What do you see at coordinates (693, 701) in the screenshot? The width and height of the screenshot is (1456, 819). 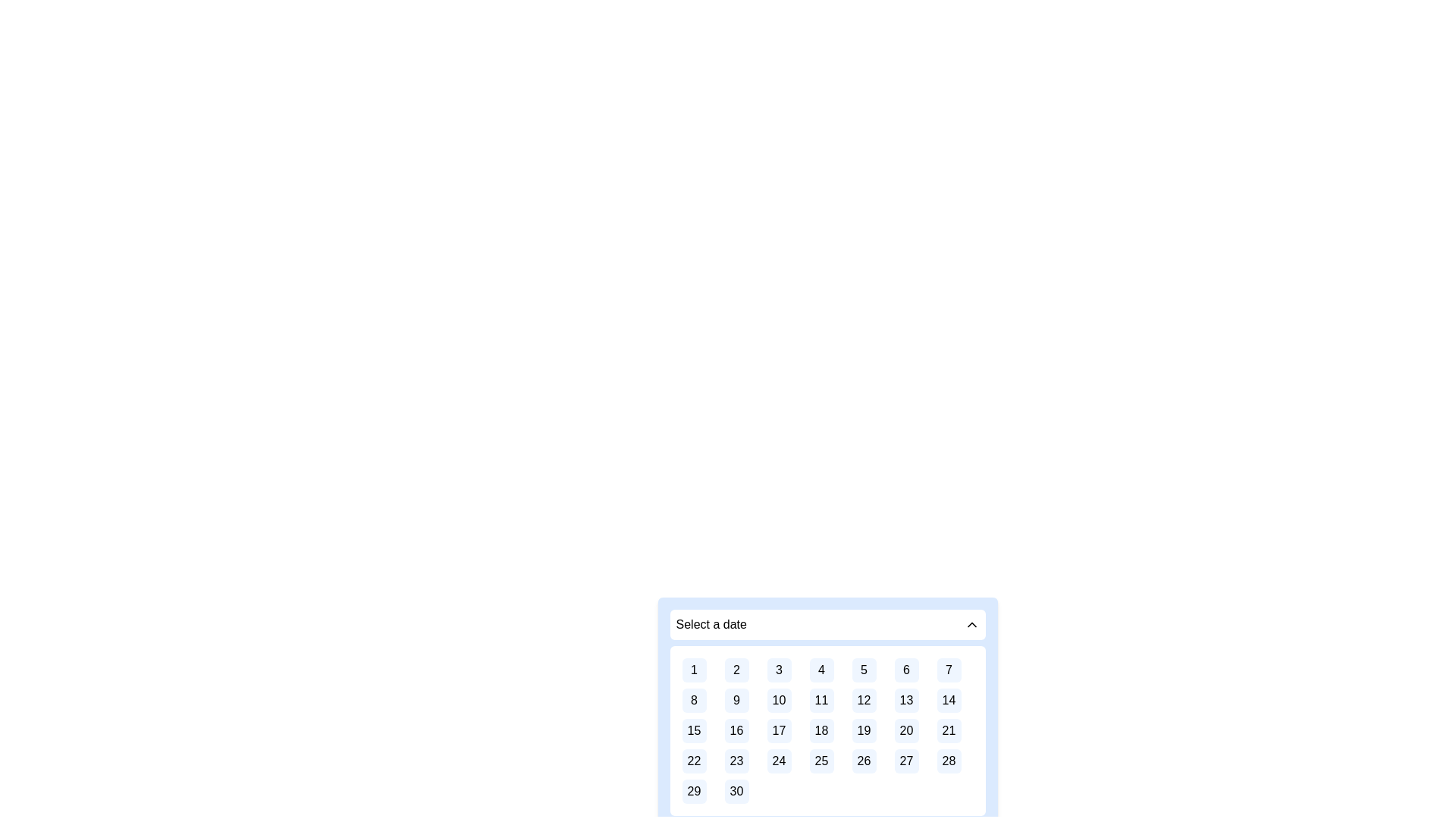 I see `the rounded square button labeled '8' with a light blue background` at bounding box center [693, 701].